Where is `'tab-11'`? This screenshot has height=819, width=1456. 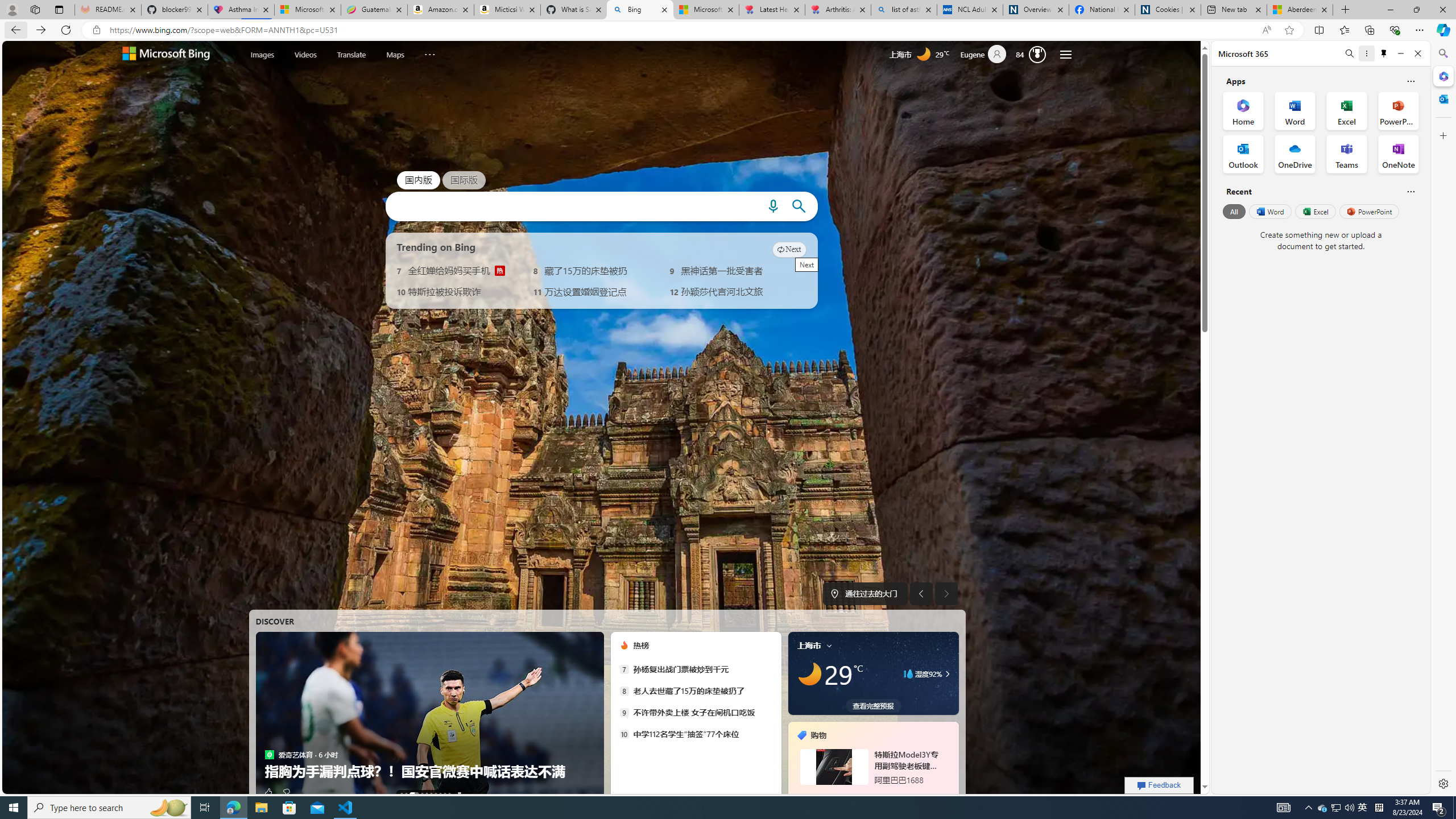
'tab-11' is located at coordinates (887, 795).